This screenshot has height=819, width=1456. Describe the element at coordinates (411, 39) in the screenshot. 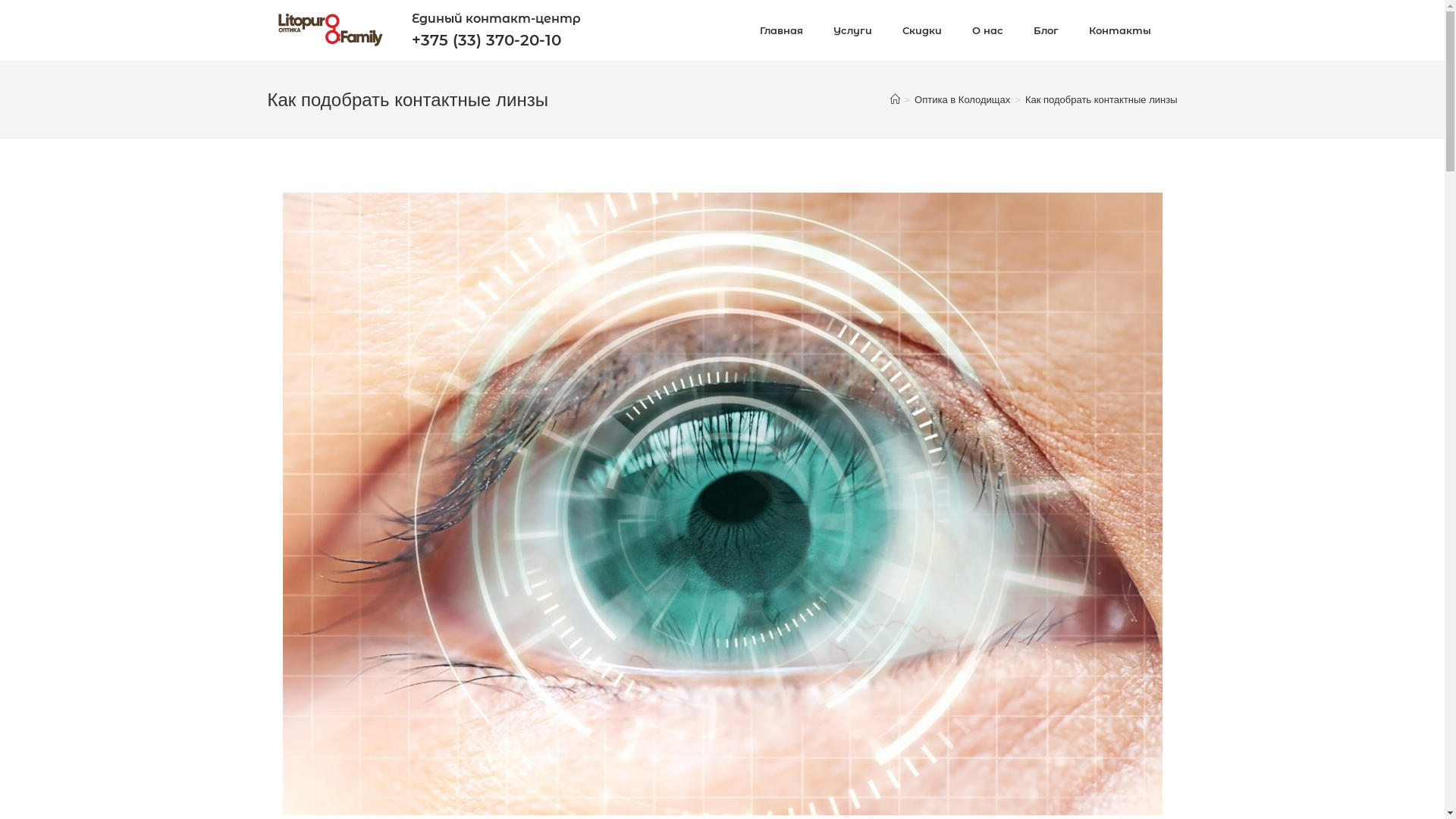

I see `'+375 (33) 370-20-10'` at that location.